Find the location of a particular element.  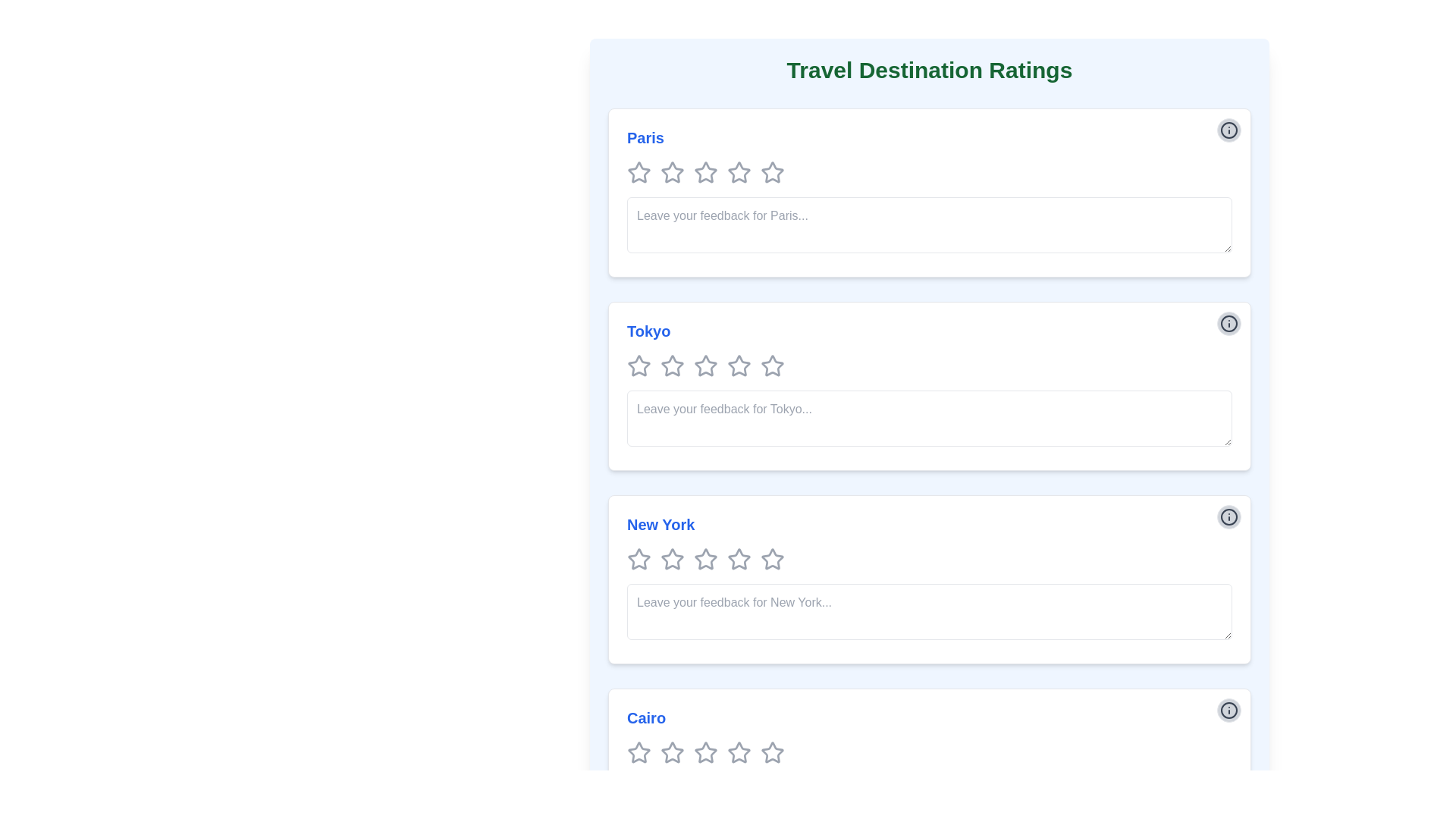

the second star-shaped icon in the rating bar for the 'Paris' section is located at coordinates (739, 171).